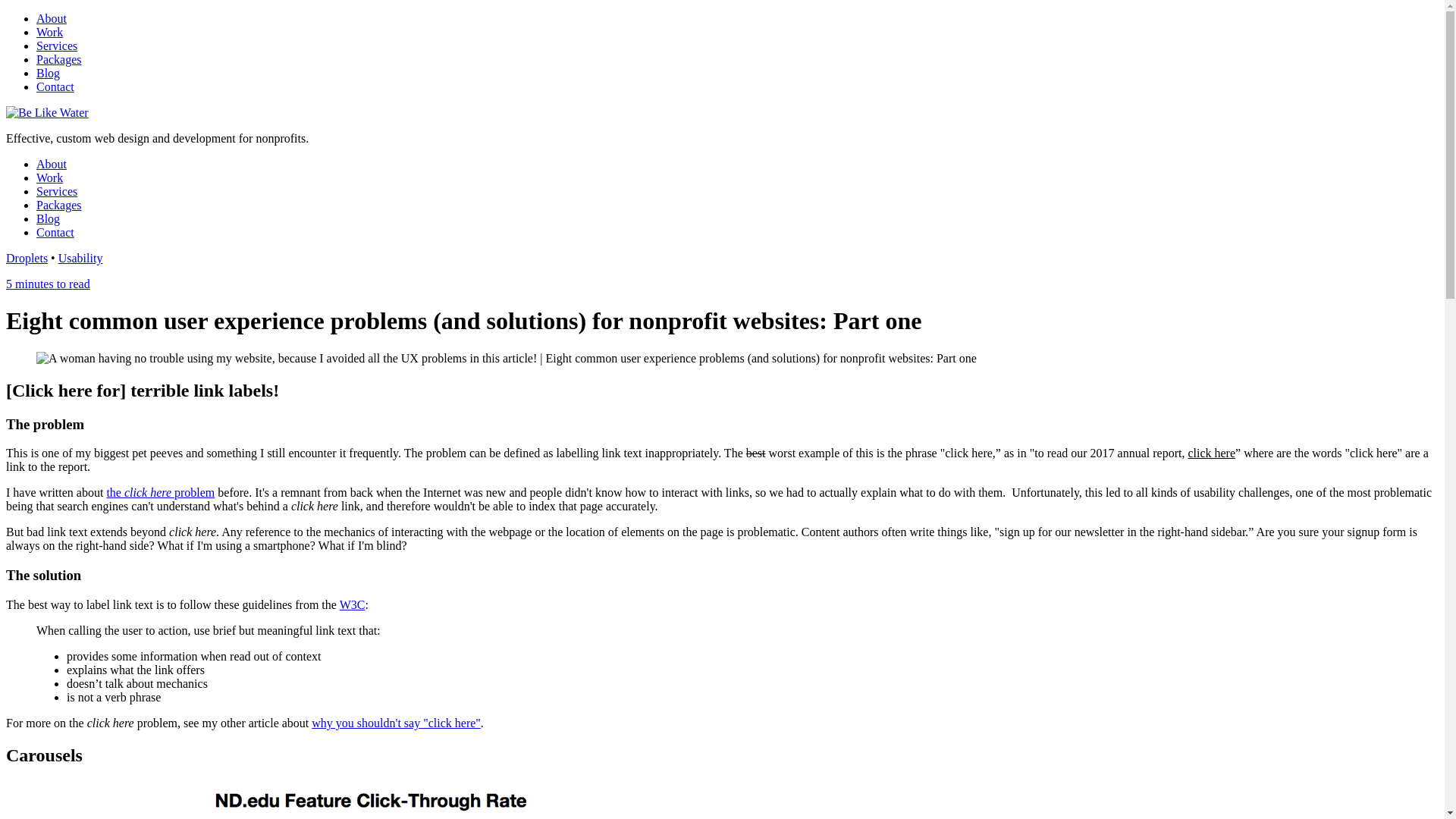 The height and width of the screenshot is (819, 1456). I want to click on 'Services', so click(57, 190).